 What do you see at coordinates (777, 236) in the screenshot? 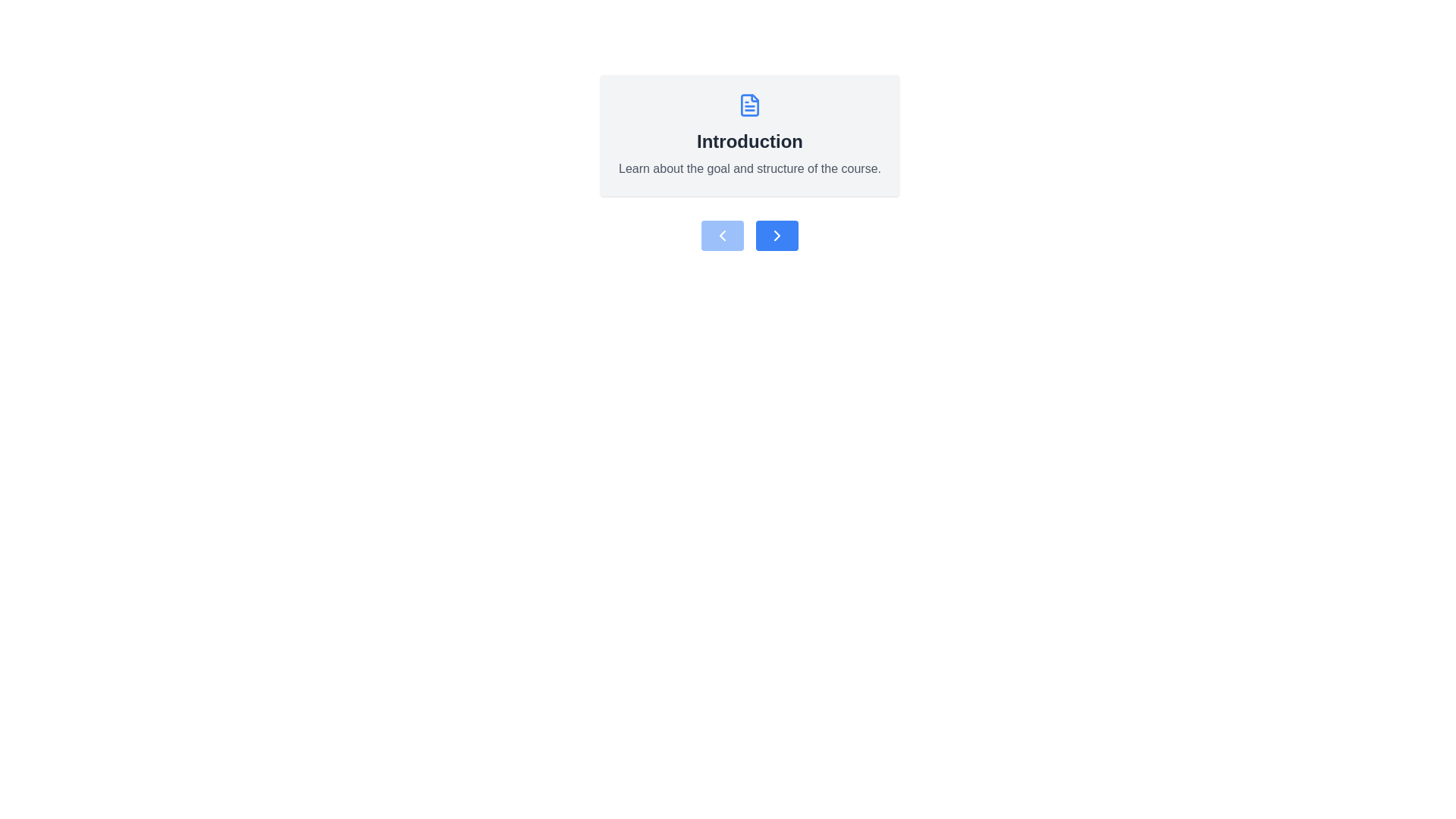
I see `the right-facing chevron icon inside the blue button with rounded corners located below the 'Introduction' section` at bounding box center [777, 236].